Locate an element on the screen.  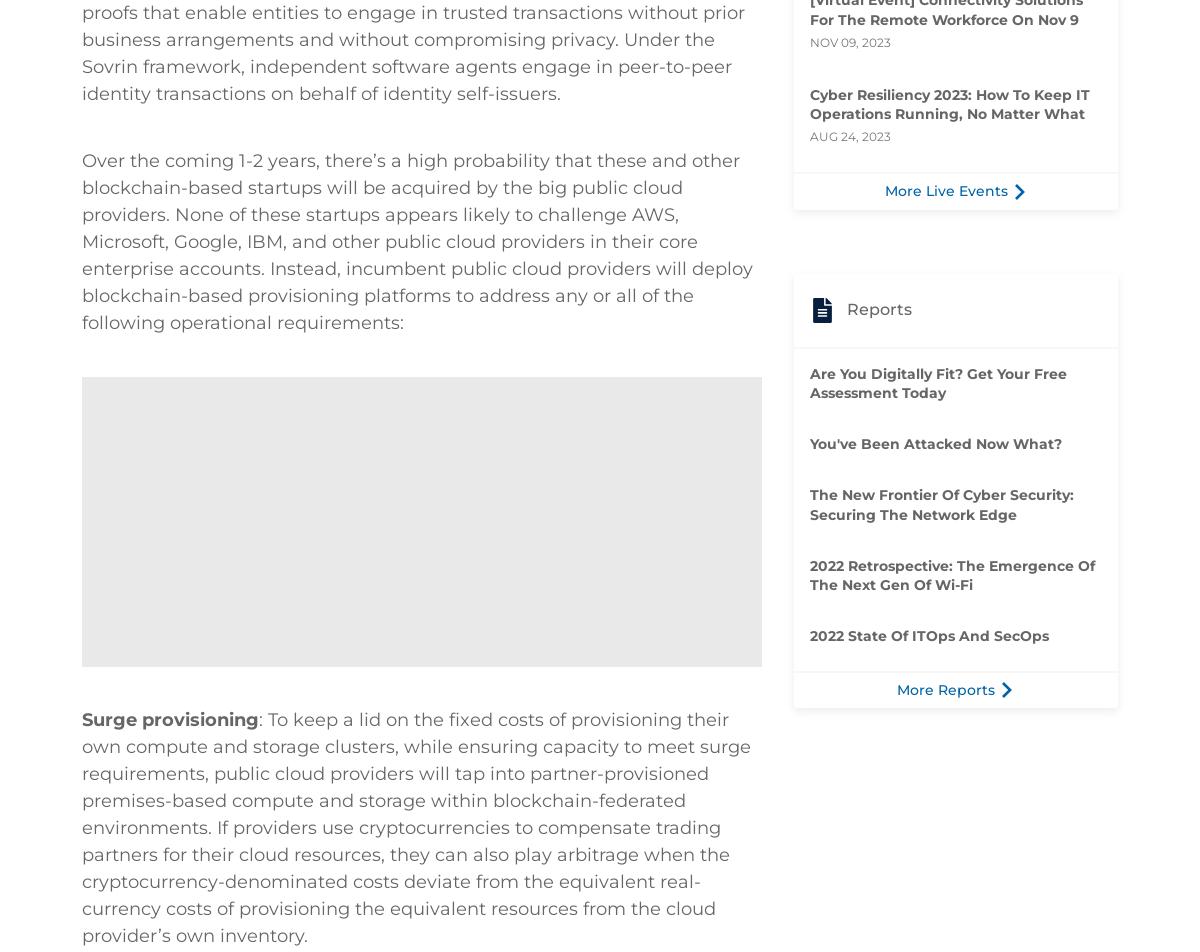
'Nov 09, 2023' is located at coordinates (849, 41).